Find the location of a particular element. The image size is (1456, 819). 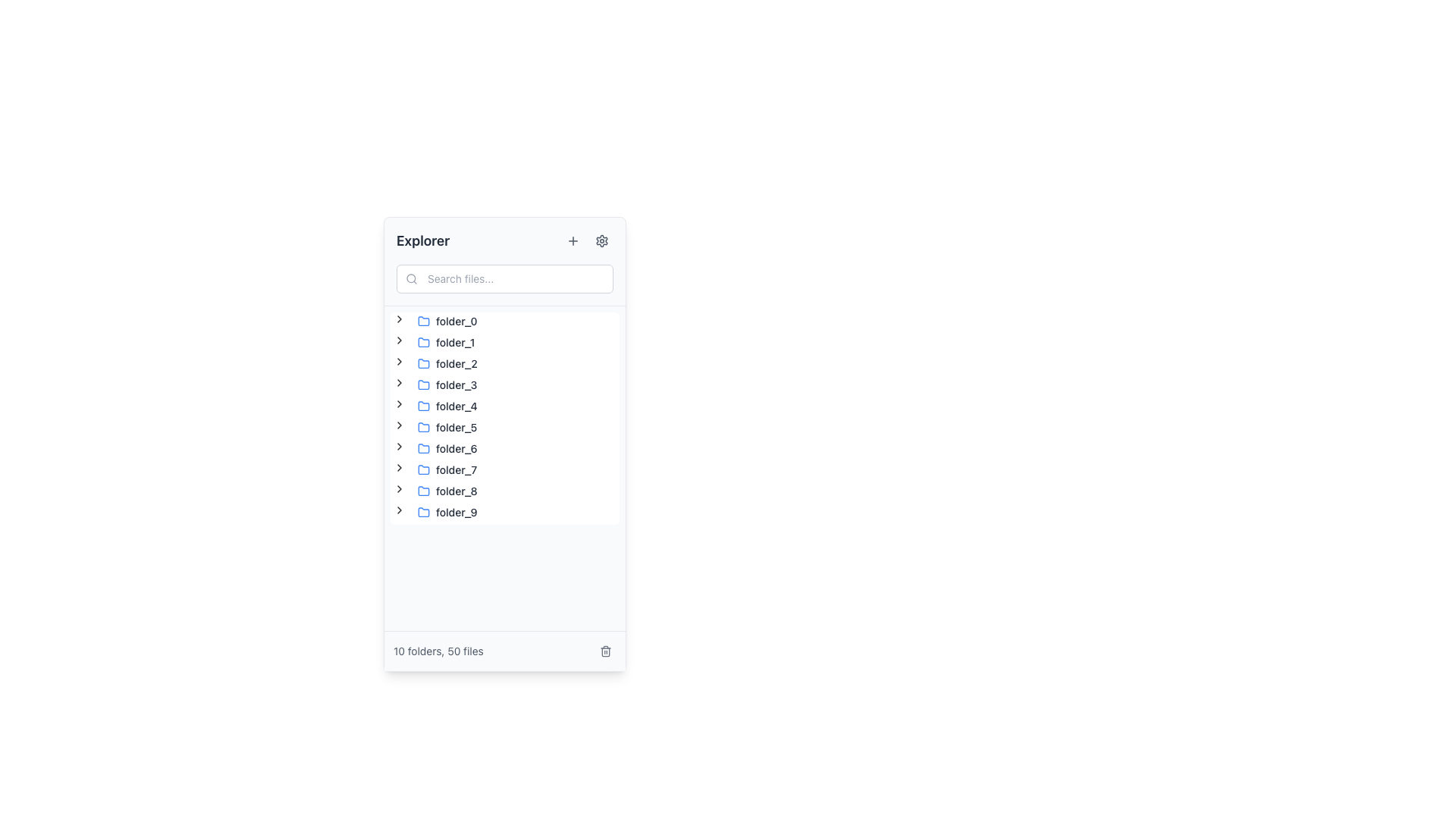

the chevron icon is located at coordinates (400, 491).